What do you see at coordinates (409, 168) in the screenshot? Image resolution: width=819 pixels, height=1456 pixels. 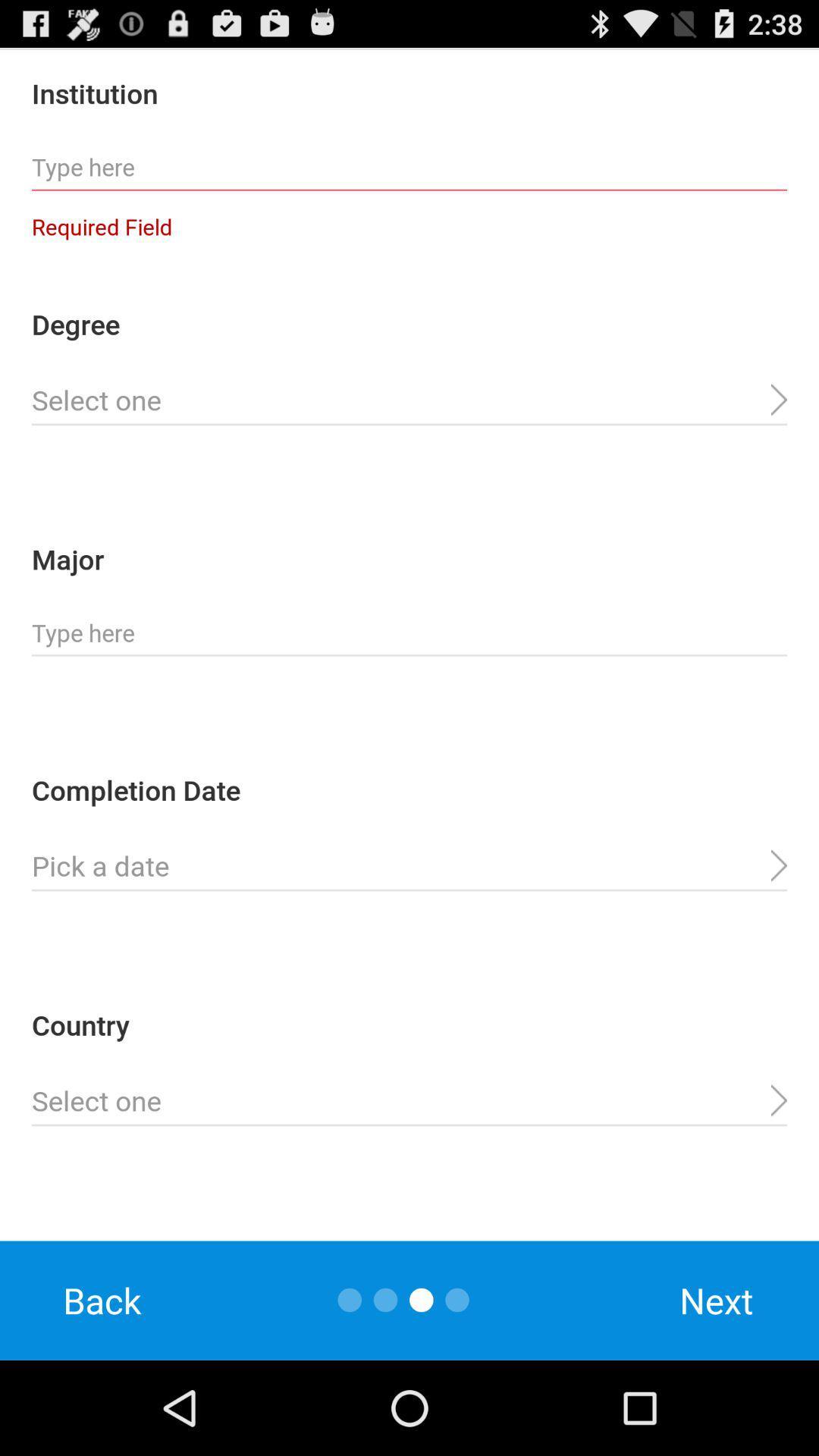 I see `box of text for institution` at bounding box center [409, 168].